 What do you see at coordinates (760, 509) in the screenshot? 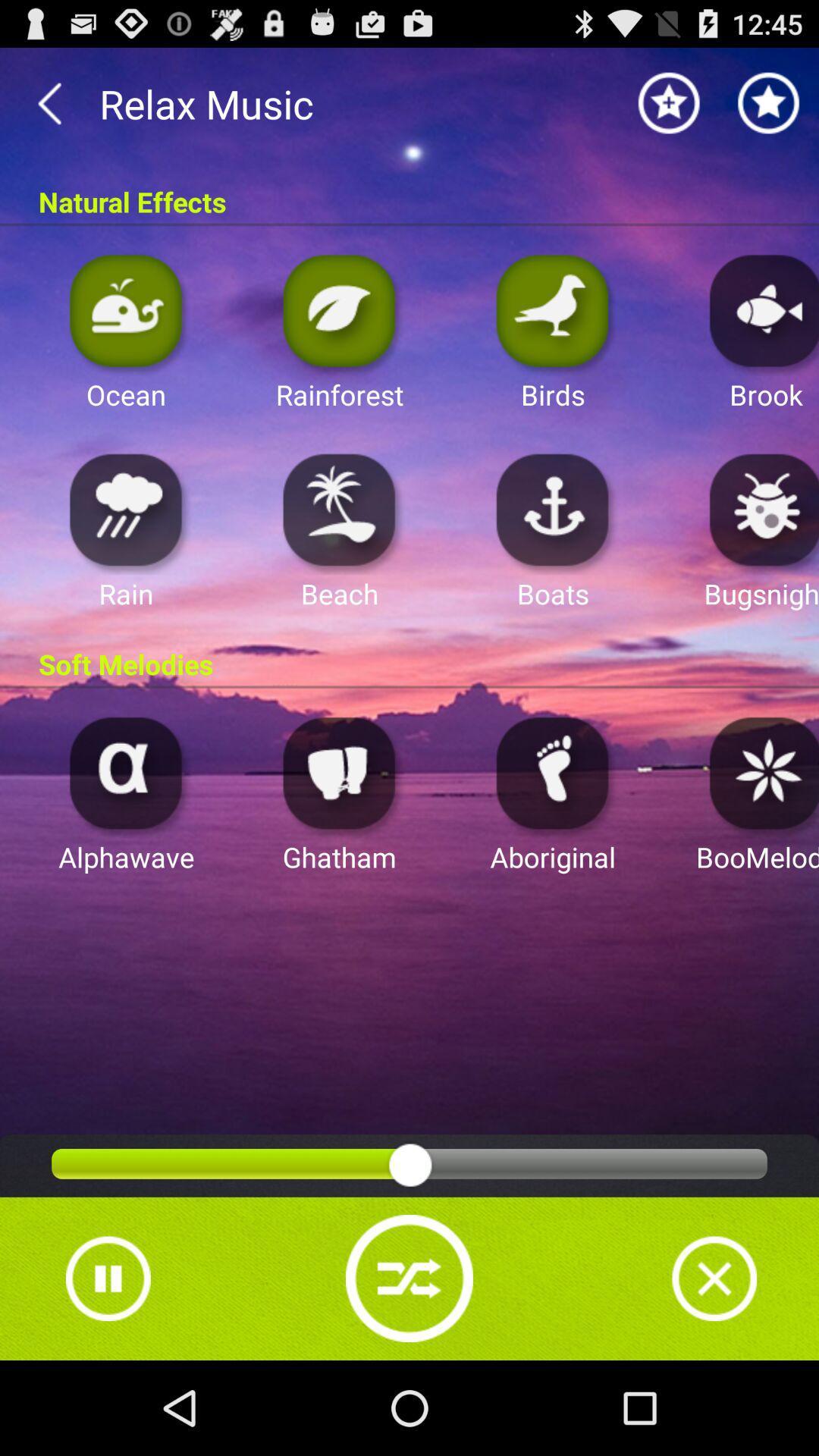
I see `choose sound` at bounding box center [760, 509].